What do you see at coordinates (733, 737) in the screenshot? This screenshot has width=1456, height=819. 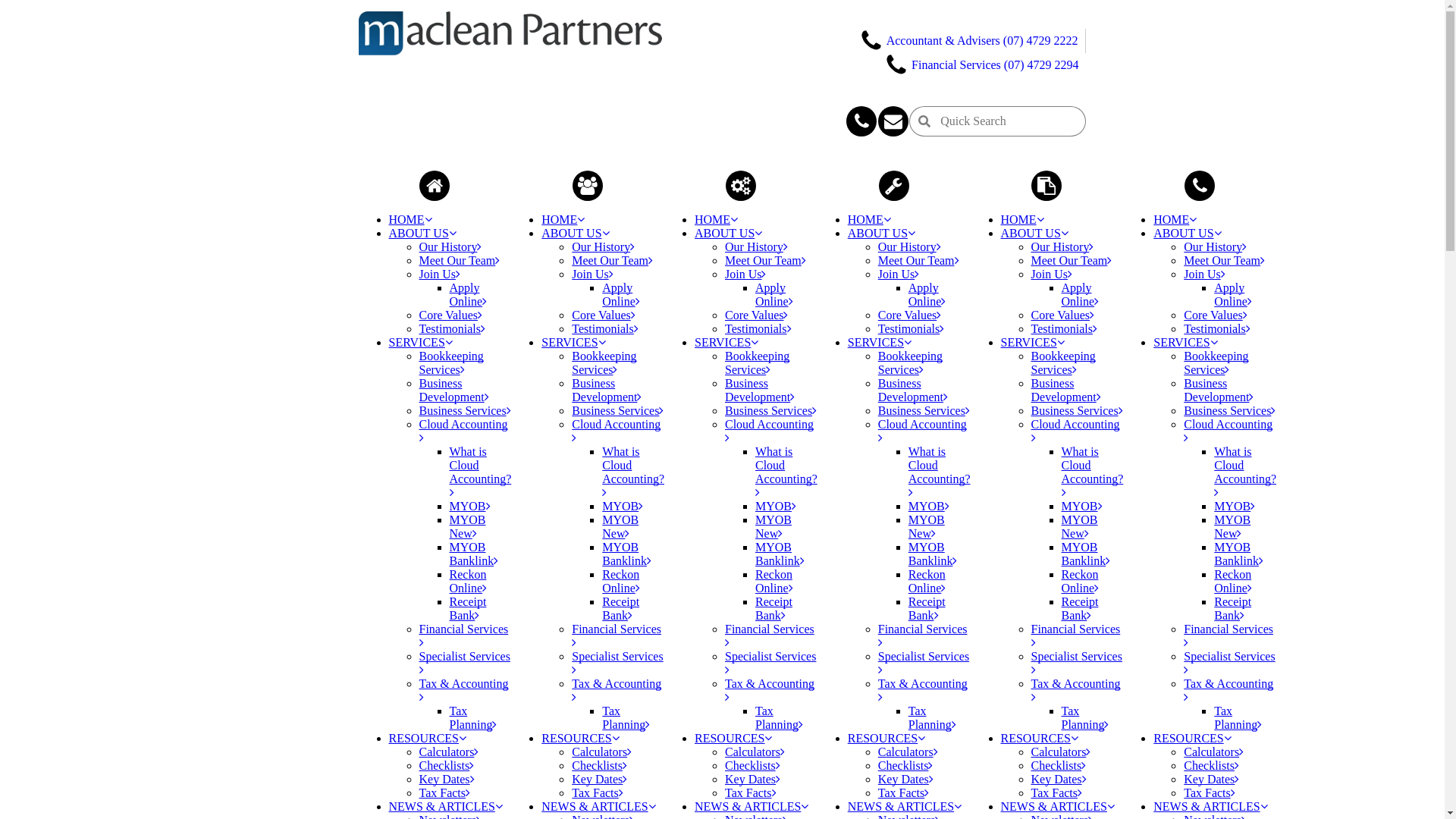 I see `'RESOURCES'` at bounding box center [733, 737].